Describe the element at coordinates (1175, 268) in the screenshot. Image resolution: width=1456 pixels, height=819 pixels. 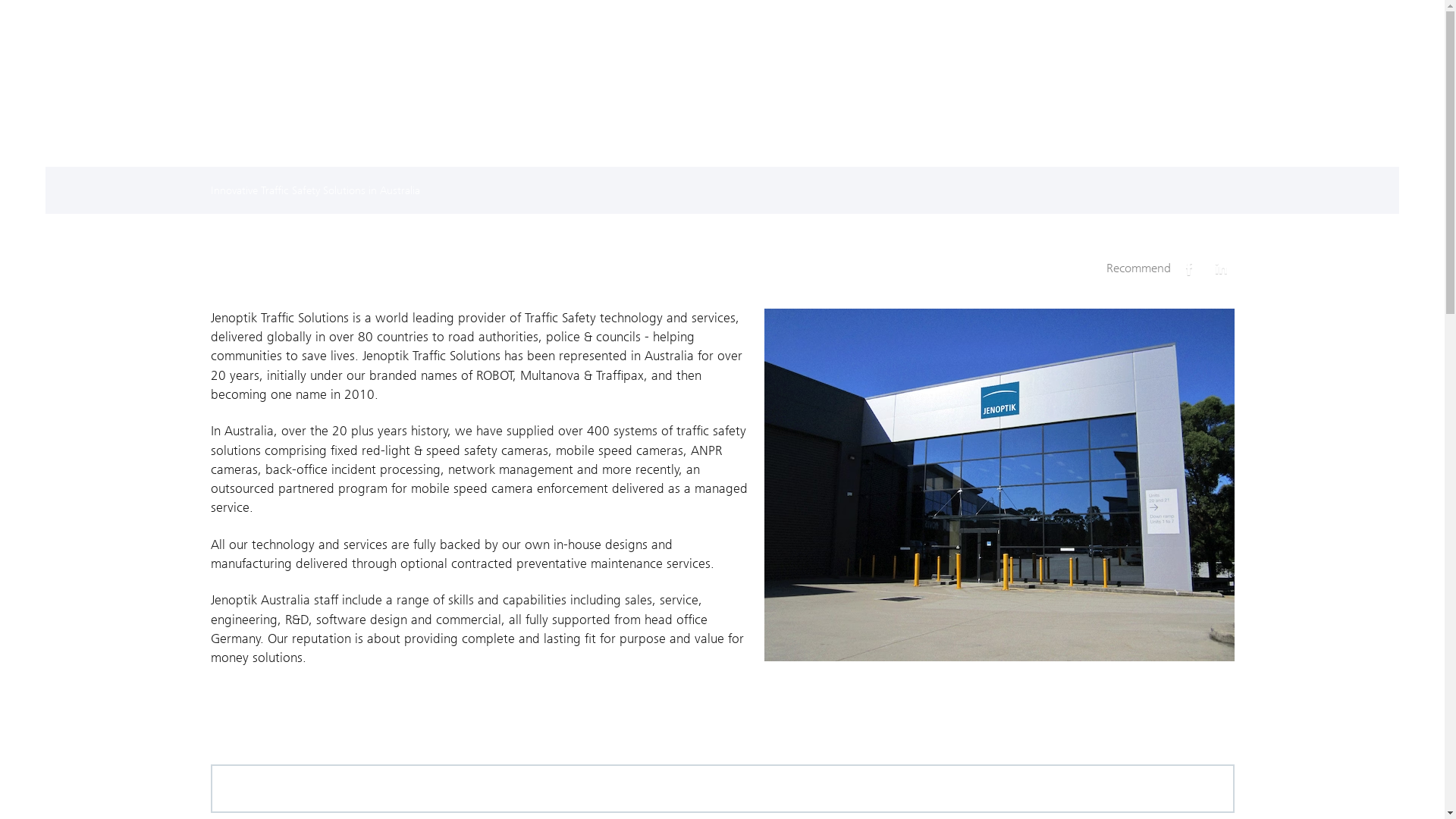
I see `'Facebook'` at that location.